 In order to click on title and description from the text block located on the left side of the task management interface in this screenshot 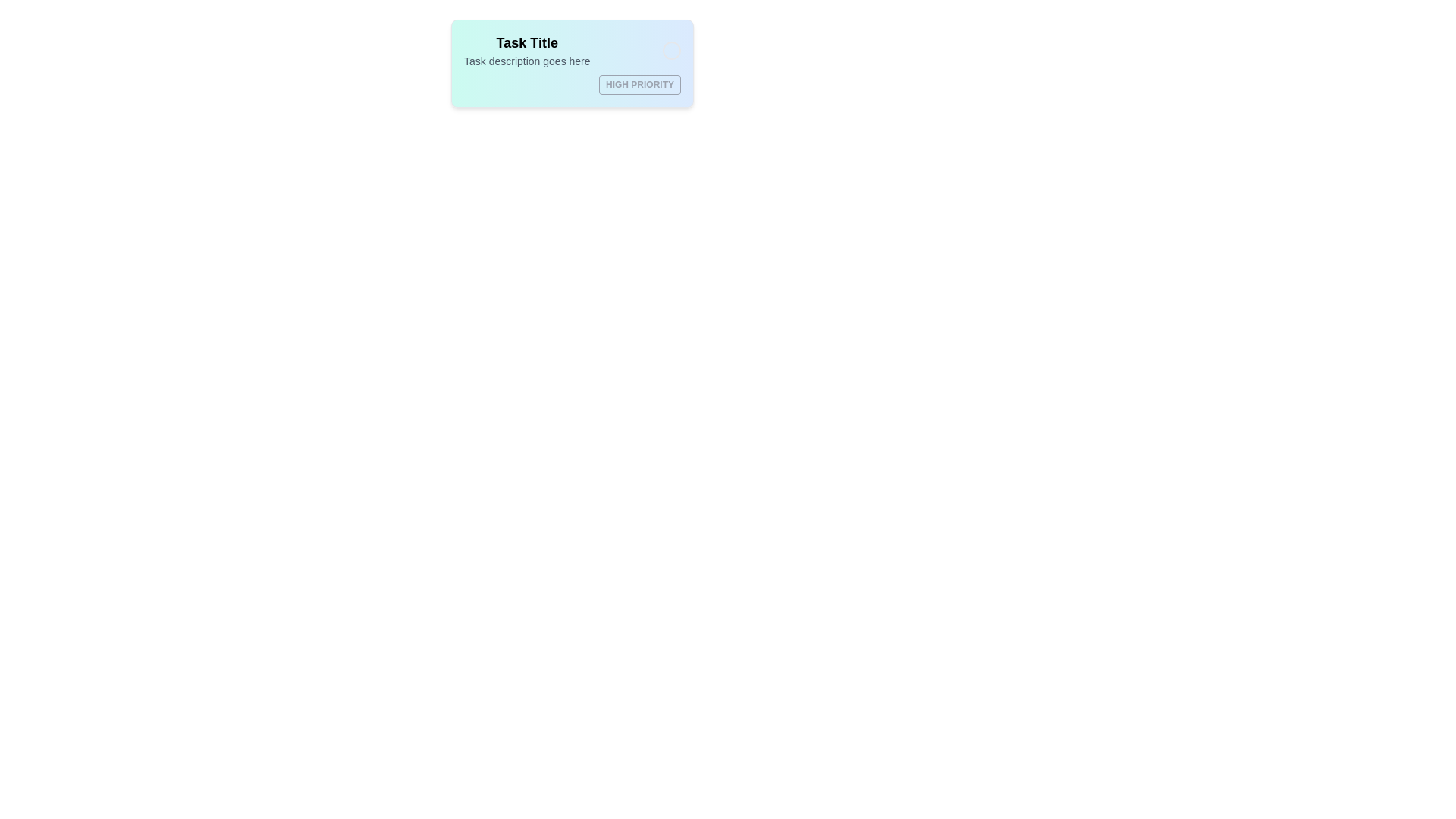, I will do `click(527, 49)`.